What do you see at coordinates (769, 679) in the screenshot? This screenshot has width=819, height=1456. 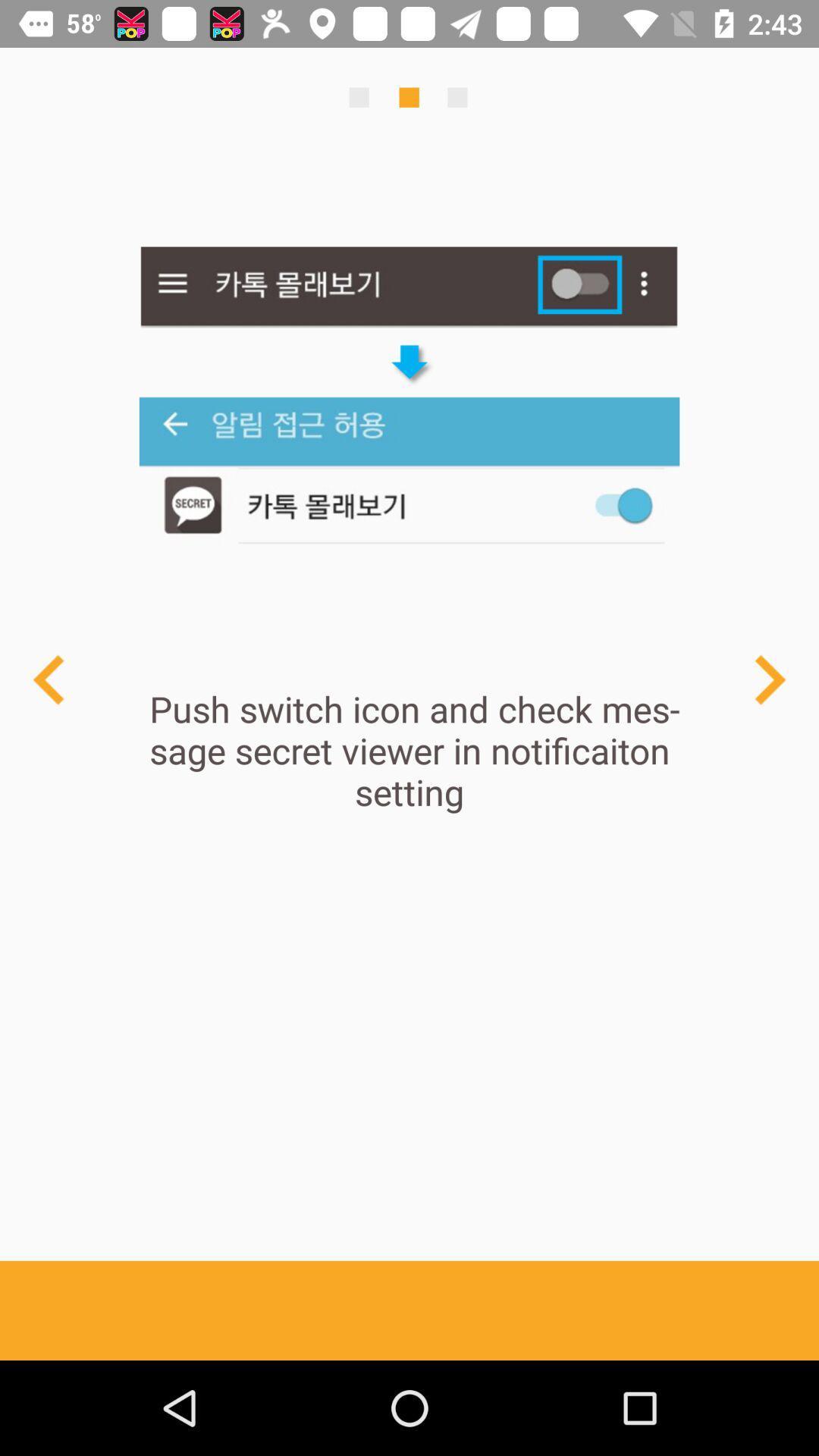 I see `previous` at bounding box center [769, 679].